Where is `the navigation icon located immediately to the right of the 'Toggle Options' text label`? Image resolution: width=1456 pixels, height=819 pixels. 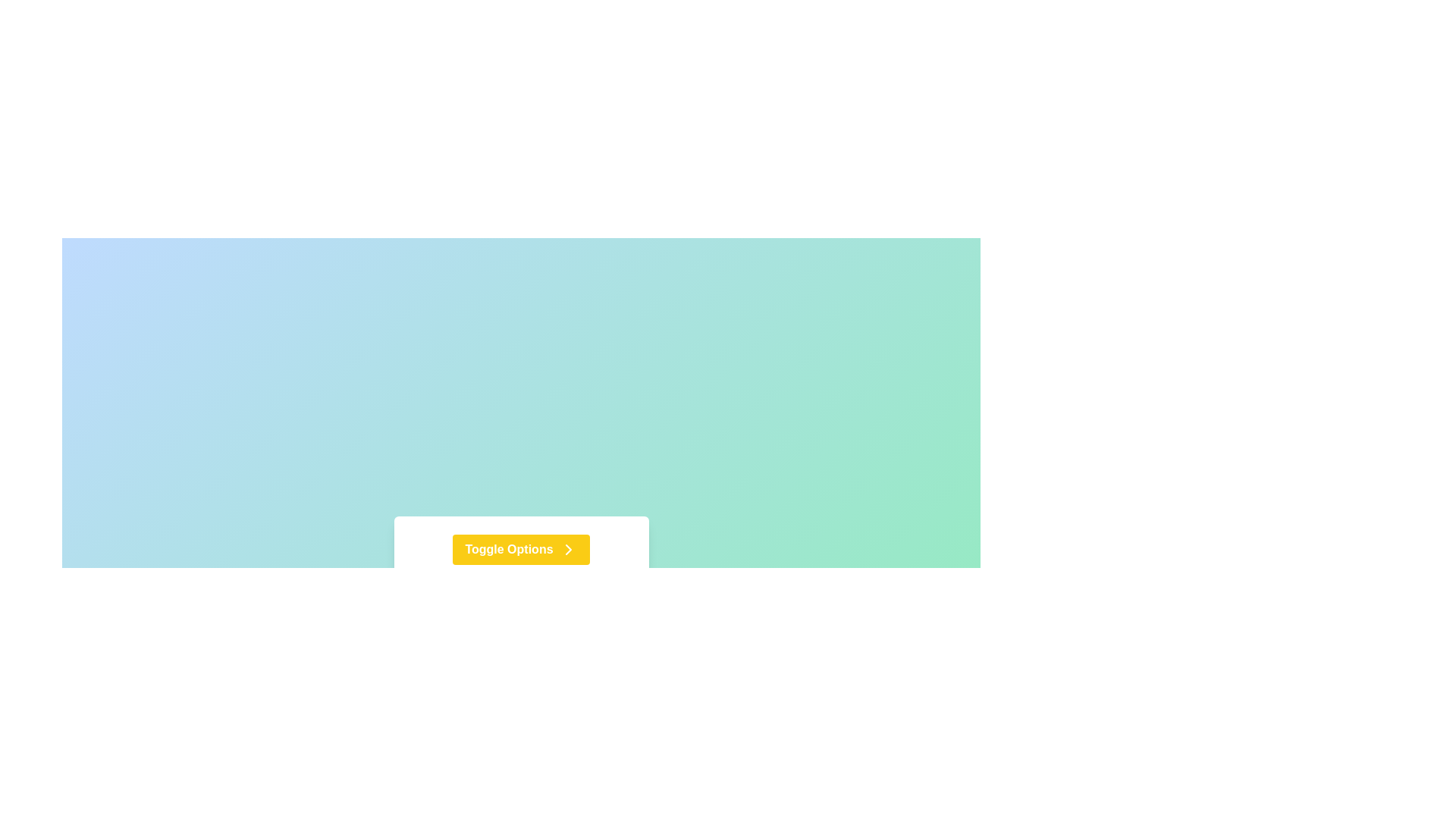 the navigation icon located immediately to the right of the 'Toggle Options' text label is located at coordinates (567, 550).